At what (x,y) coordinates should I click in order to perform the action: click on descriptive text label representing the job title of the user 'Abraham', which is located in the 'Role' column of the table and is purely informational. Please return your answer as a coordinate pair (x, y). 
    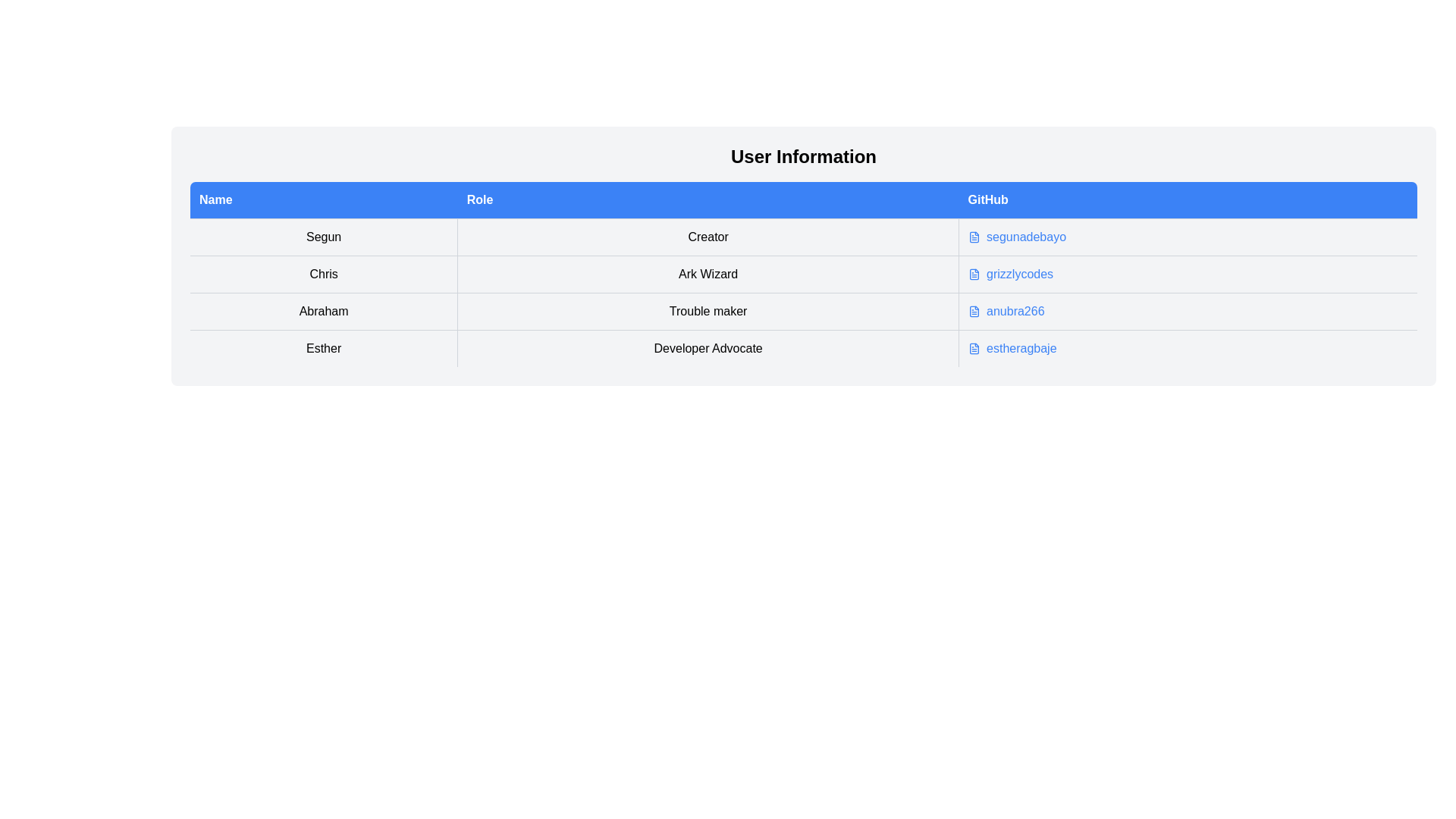
    Looking at the image, I should click on (708, 311).